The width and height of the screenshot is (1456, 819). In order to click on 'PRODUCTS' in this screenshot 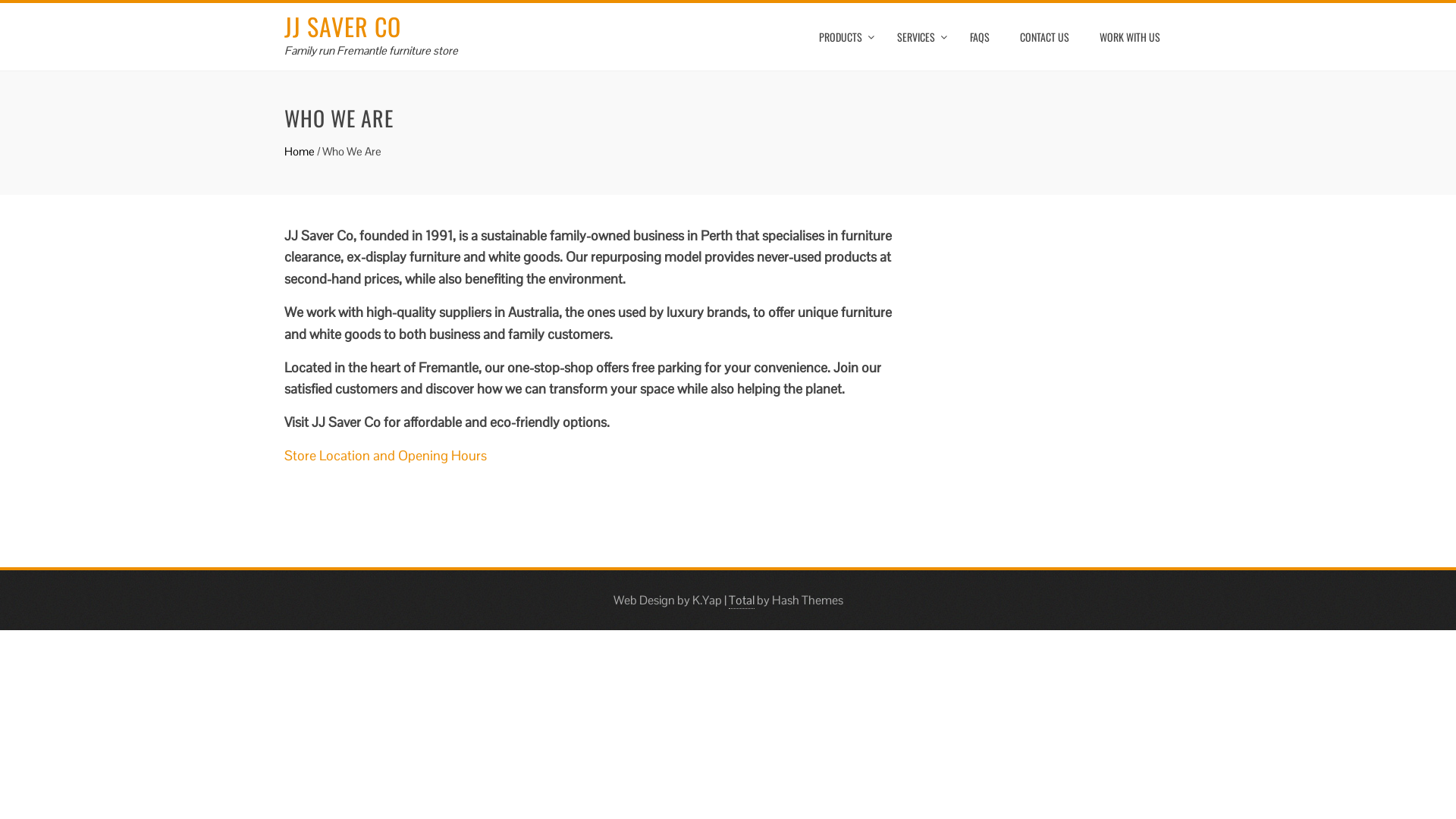, I will do `click(842, 36)`.